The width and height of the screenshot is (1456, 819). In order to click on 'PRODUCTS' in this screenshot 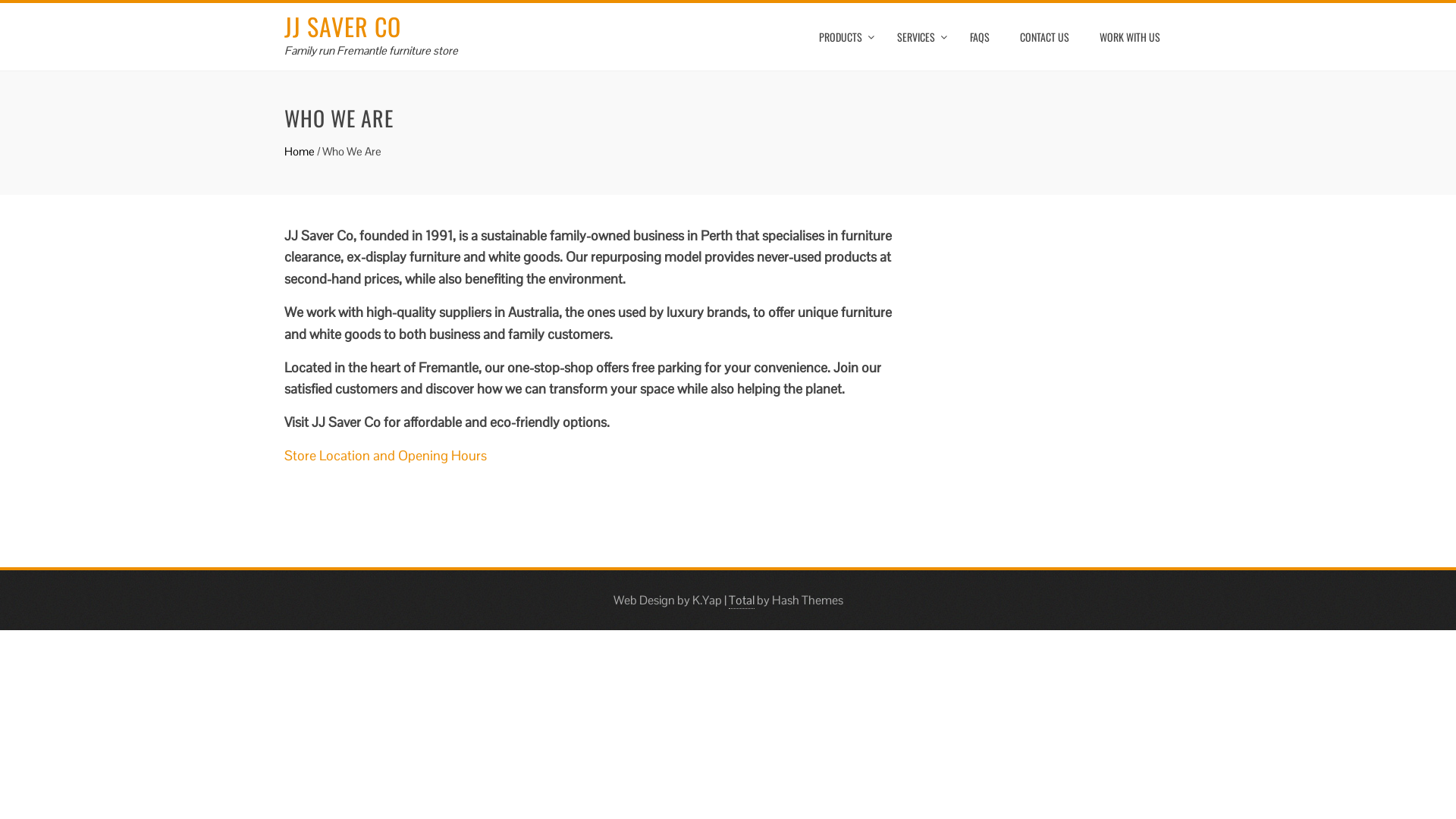, I will do `click(842, 36)`.